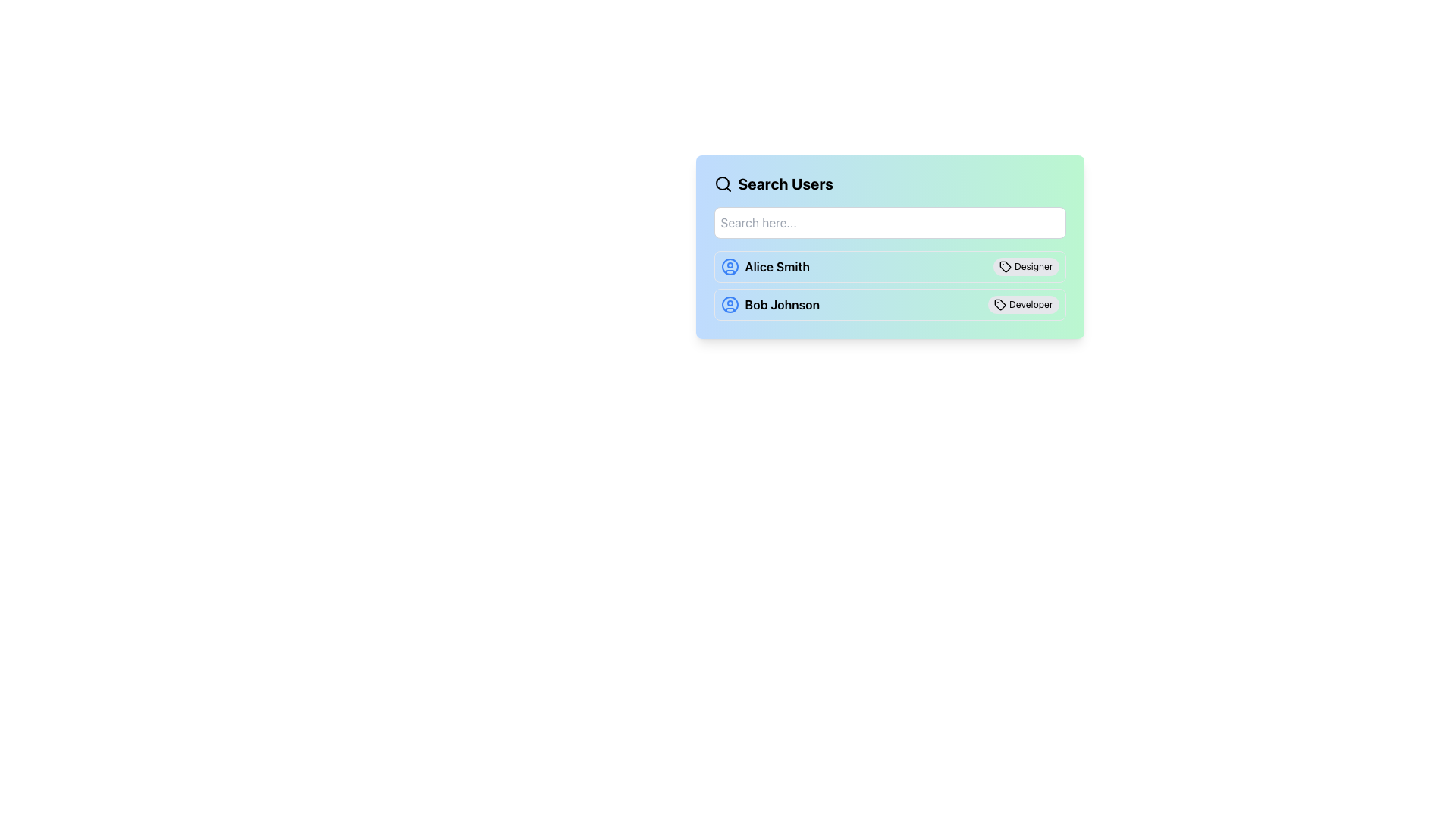  What do you see at coordinates (890, 304) in the screenshot?
I see `the List item representing user details that displays a user's profile summary, located below 'Alice Smith Designer' in a vertical list of user details` at bounding box center [890, 304].